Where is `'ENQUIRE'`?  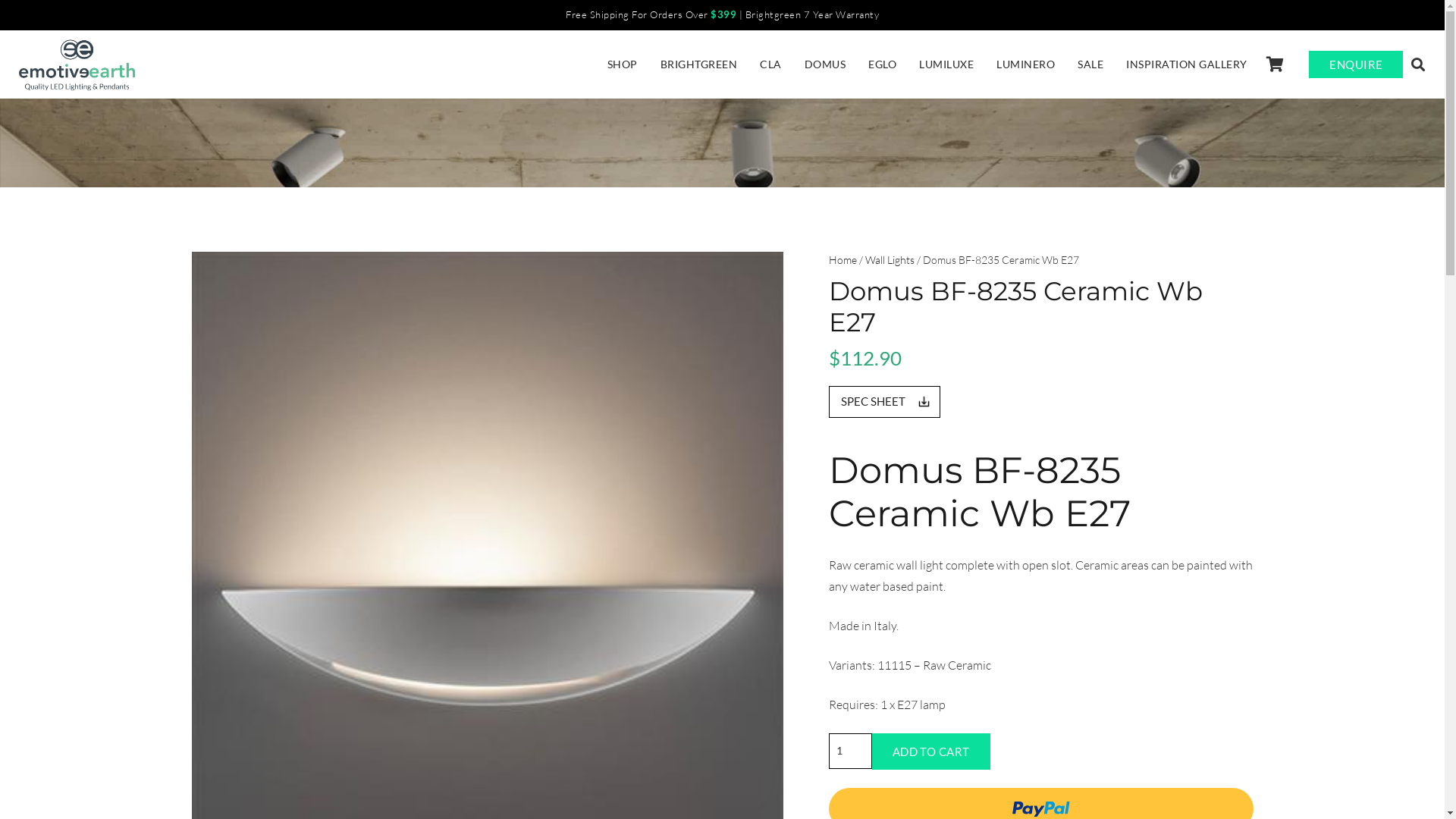 'ENQUIRE' is located at coordinates (1308, 63).